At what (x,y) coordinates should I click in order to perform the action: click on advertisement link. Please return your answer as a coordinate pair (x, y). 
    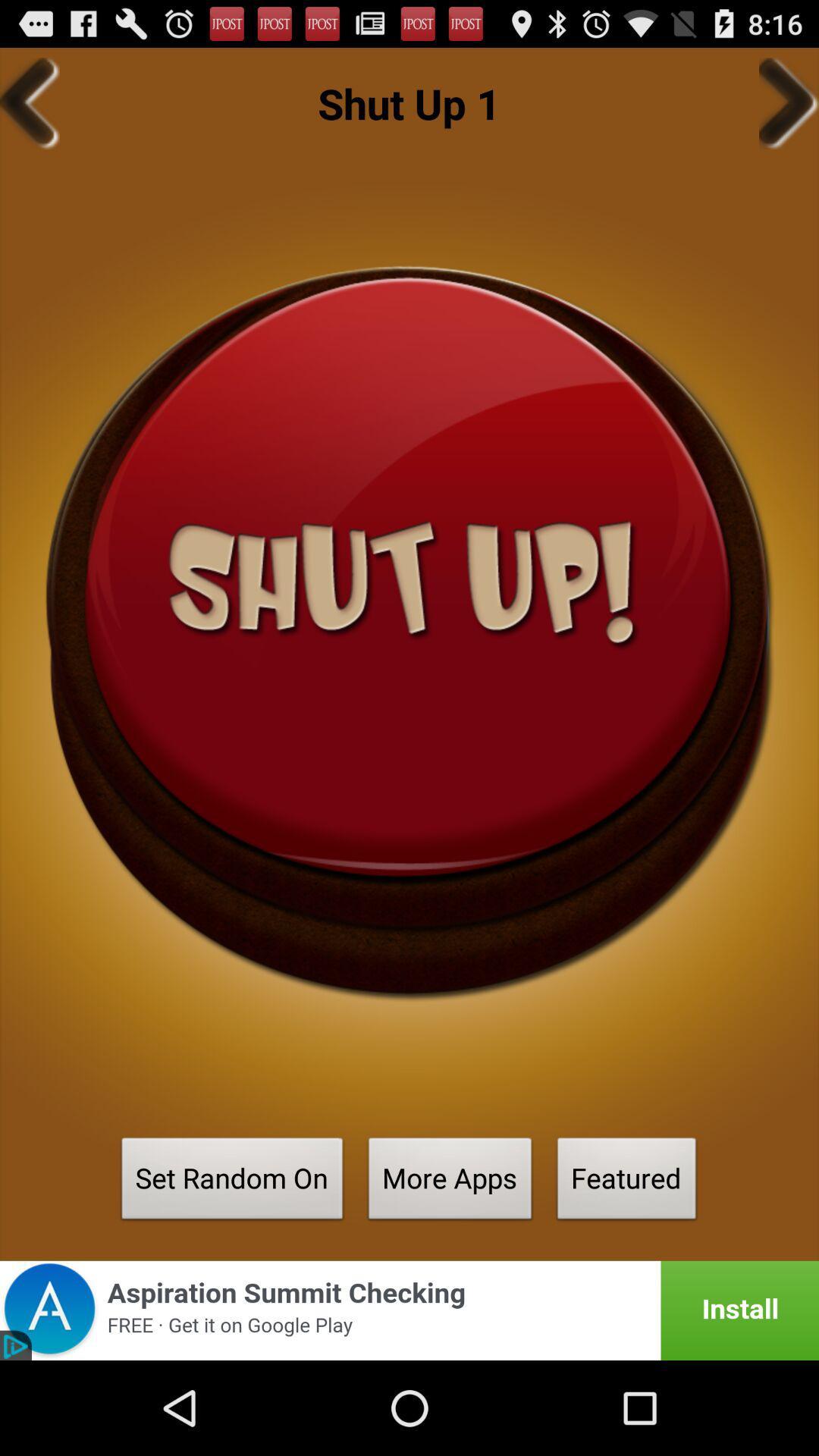
    Looking at the image, I should click on (409, 1310).